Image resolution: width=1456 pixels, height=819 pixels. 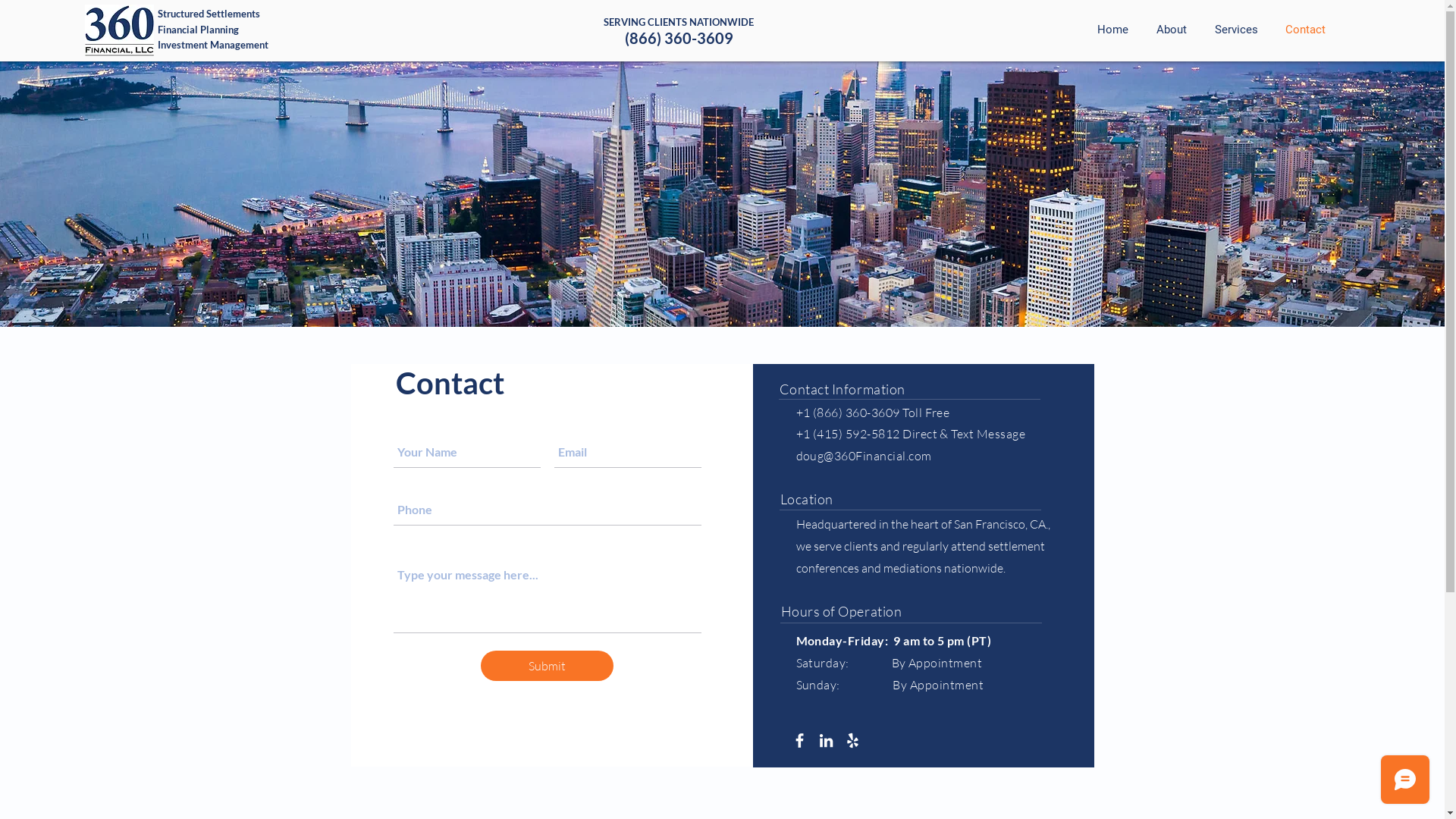 What do you see at coordinates (208, 14) in the screenshot?
I see `'Structured Settlements'` at bounding box center [208, 14].